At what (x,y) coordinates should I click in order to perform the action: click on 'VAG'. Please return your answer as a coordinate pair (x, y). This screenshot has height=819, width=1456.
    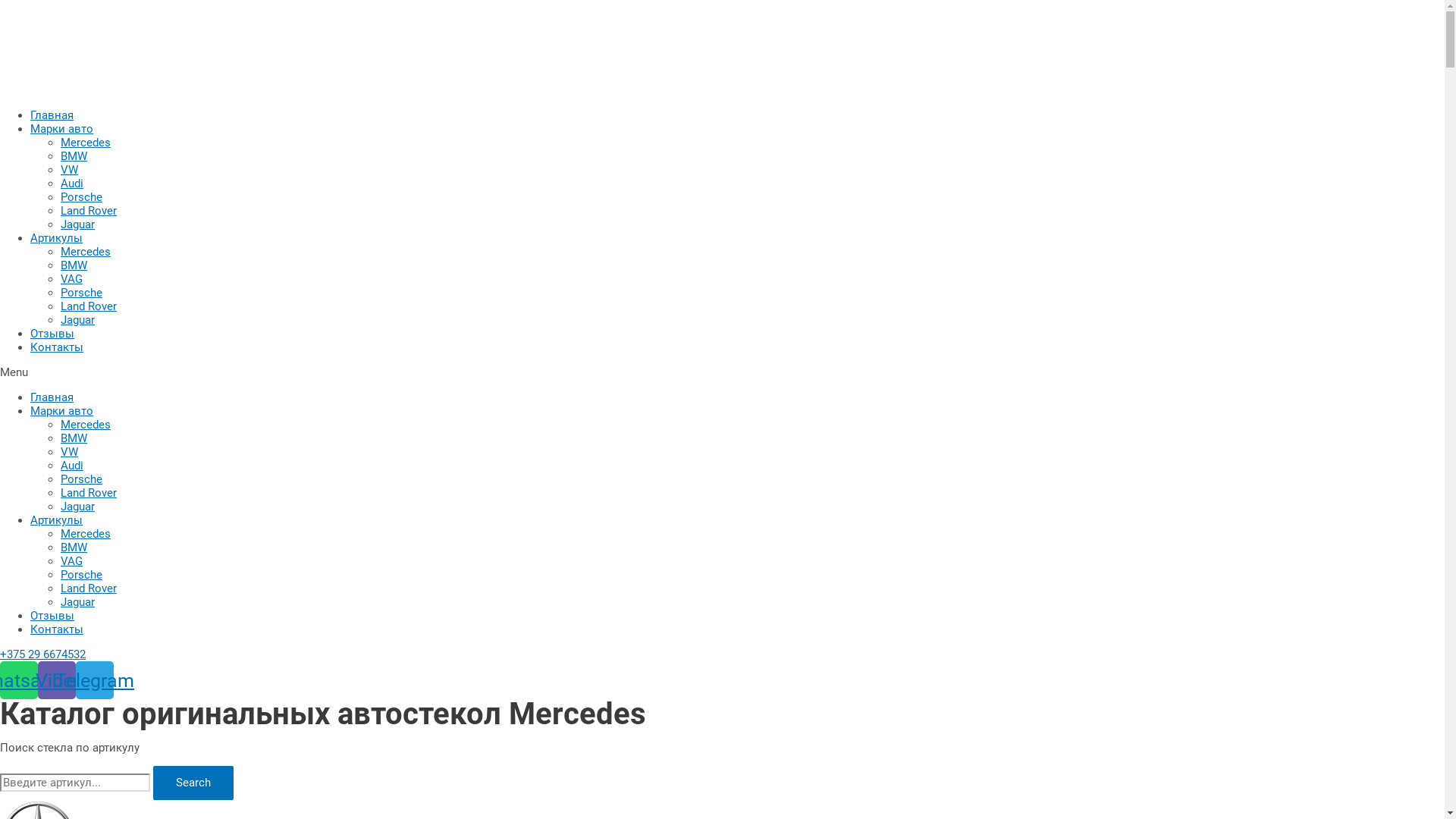
    Looking at the image, I should click on (71, 278).